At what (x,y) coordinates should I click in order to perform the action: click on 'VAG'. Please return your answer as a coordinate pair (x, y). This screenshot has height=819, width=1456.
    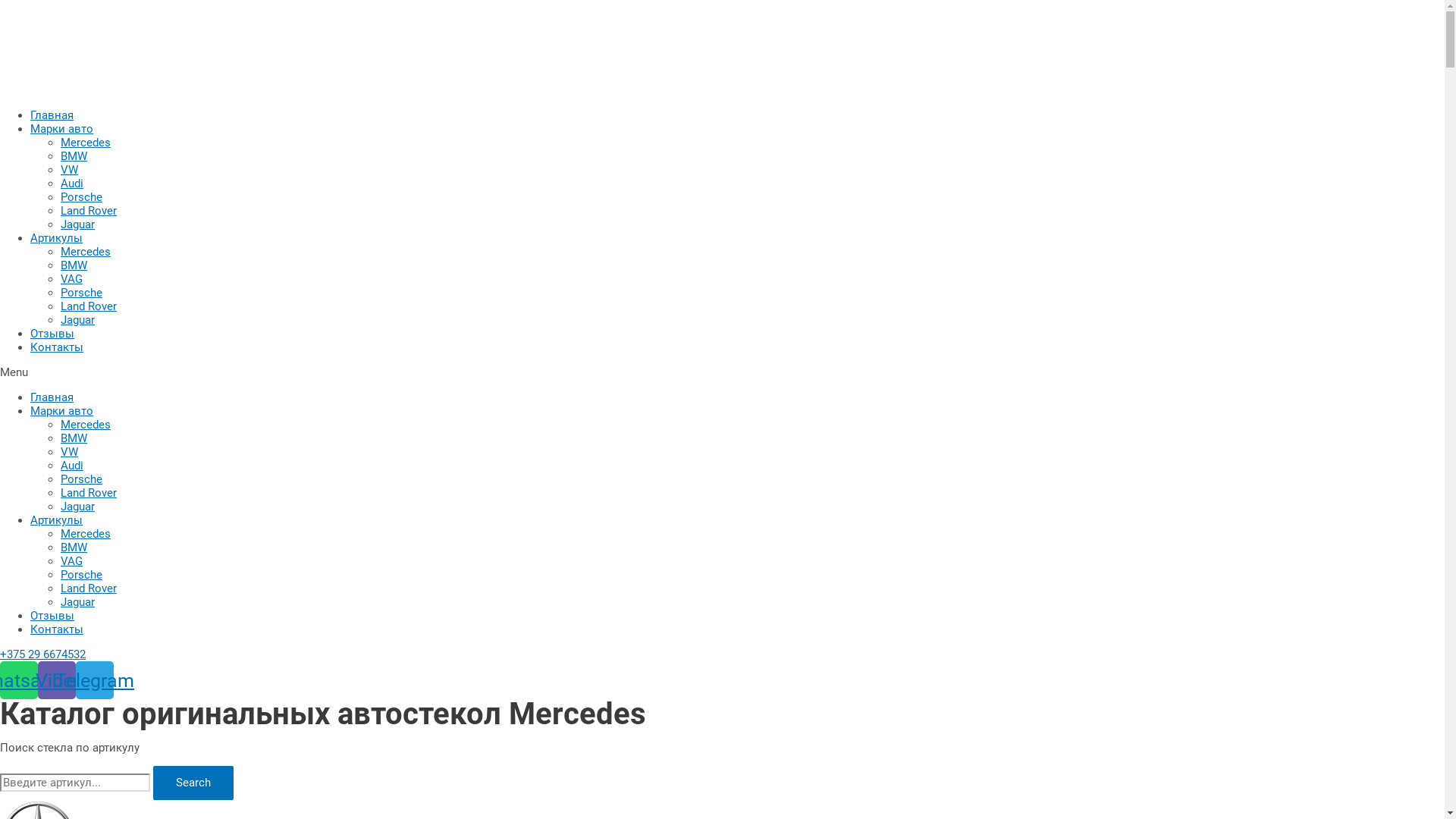
    Looking at the image, I should click on (71, 278).